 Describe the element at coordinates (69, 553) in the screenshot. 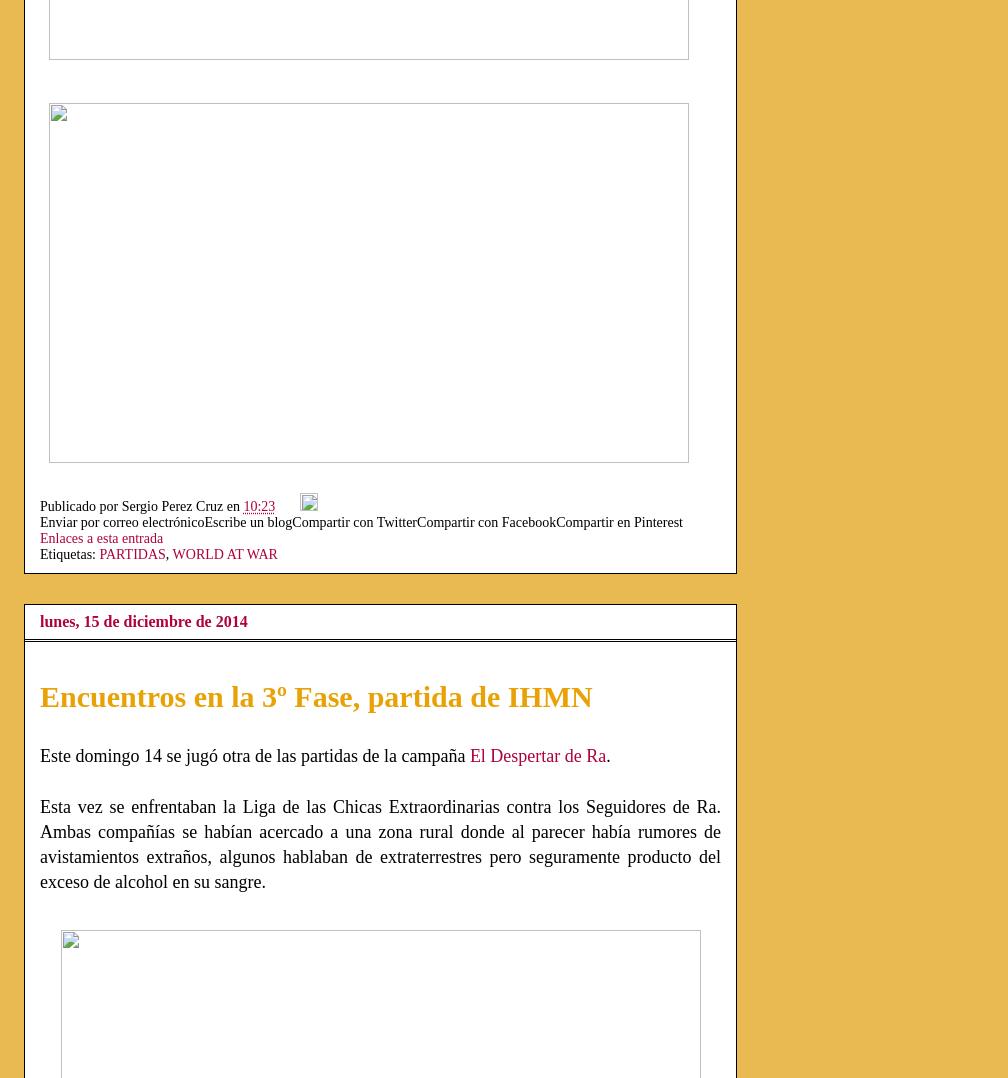

I see `'Etiquetas:'` at that location.